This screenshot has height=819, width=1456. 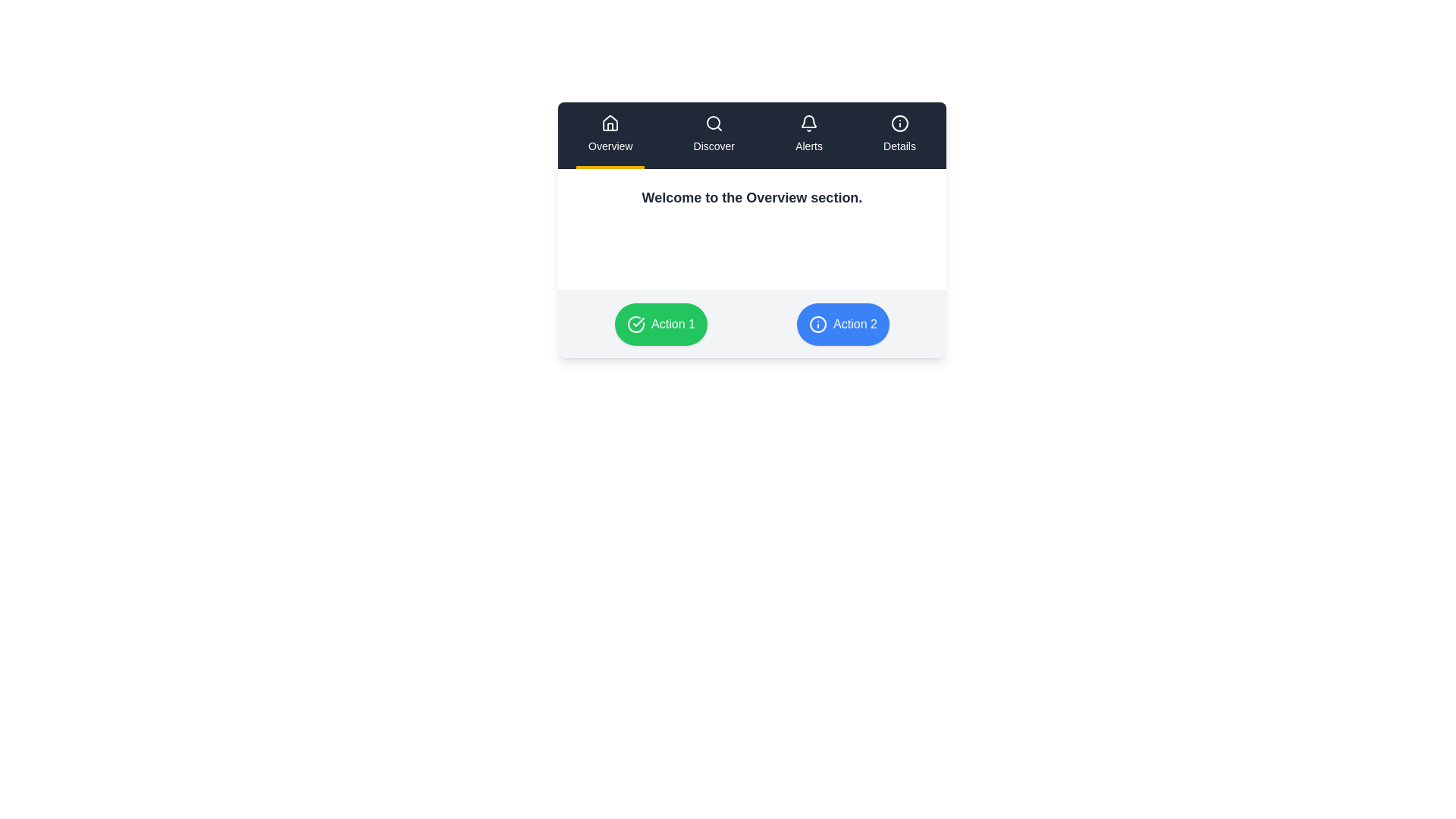 What do you see at coordinates (610, 146) in the screenshot?
I see `the 'Overview' text label within the navigation bar` at bounding box center [610, 146].